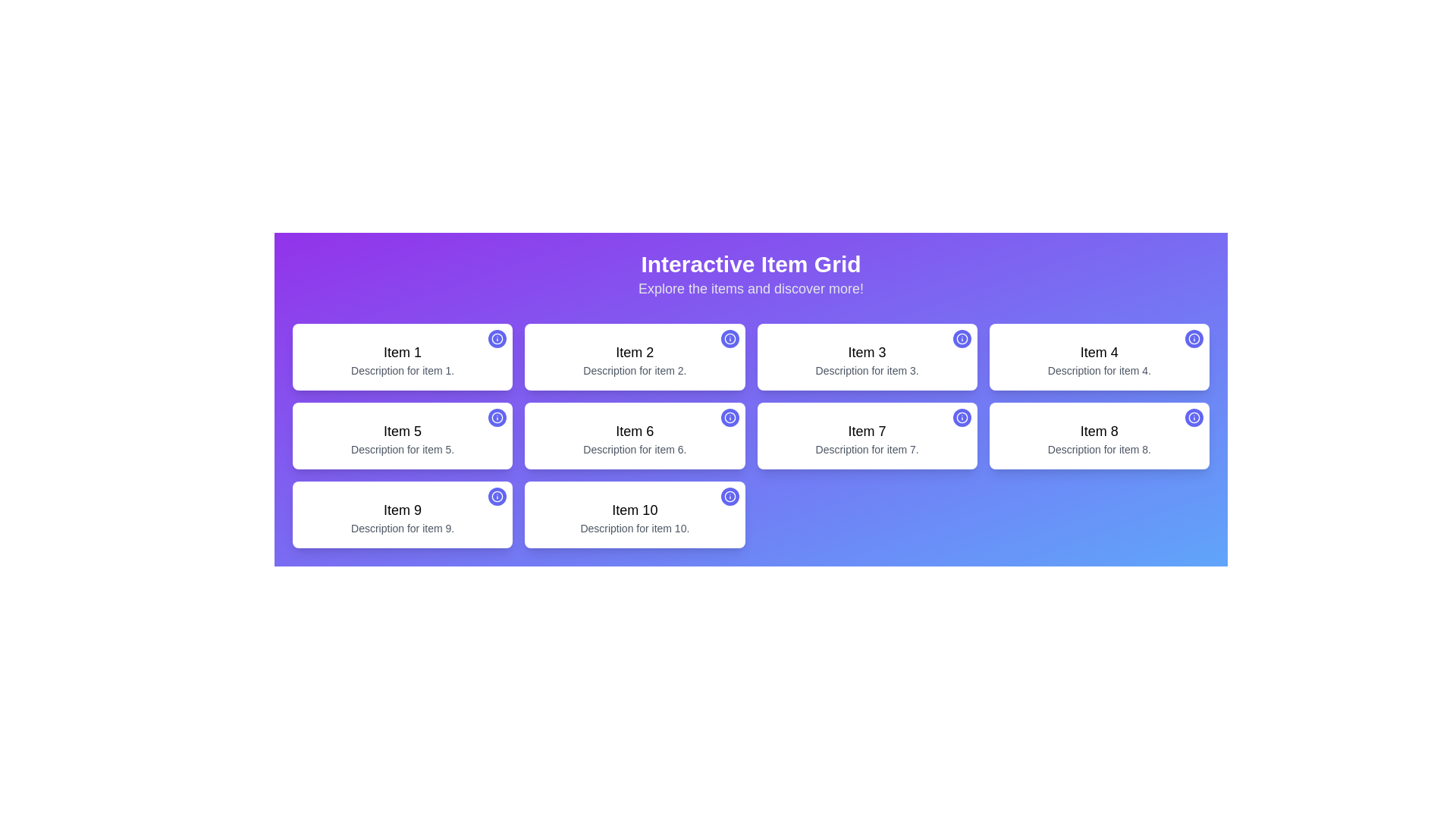  Describe the element at coordinates (635, 353) in the screenshot. I see `the text label displaying 'Item 2', which is located in the top row of the grid view, between 'Item 1' and 'Item 3'` at that location.